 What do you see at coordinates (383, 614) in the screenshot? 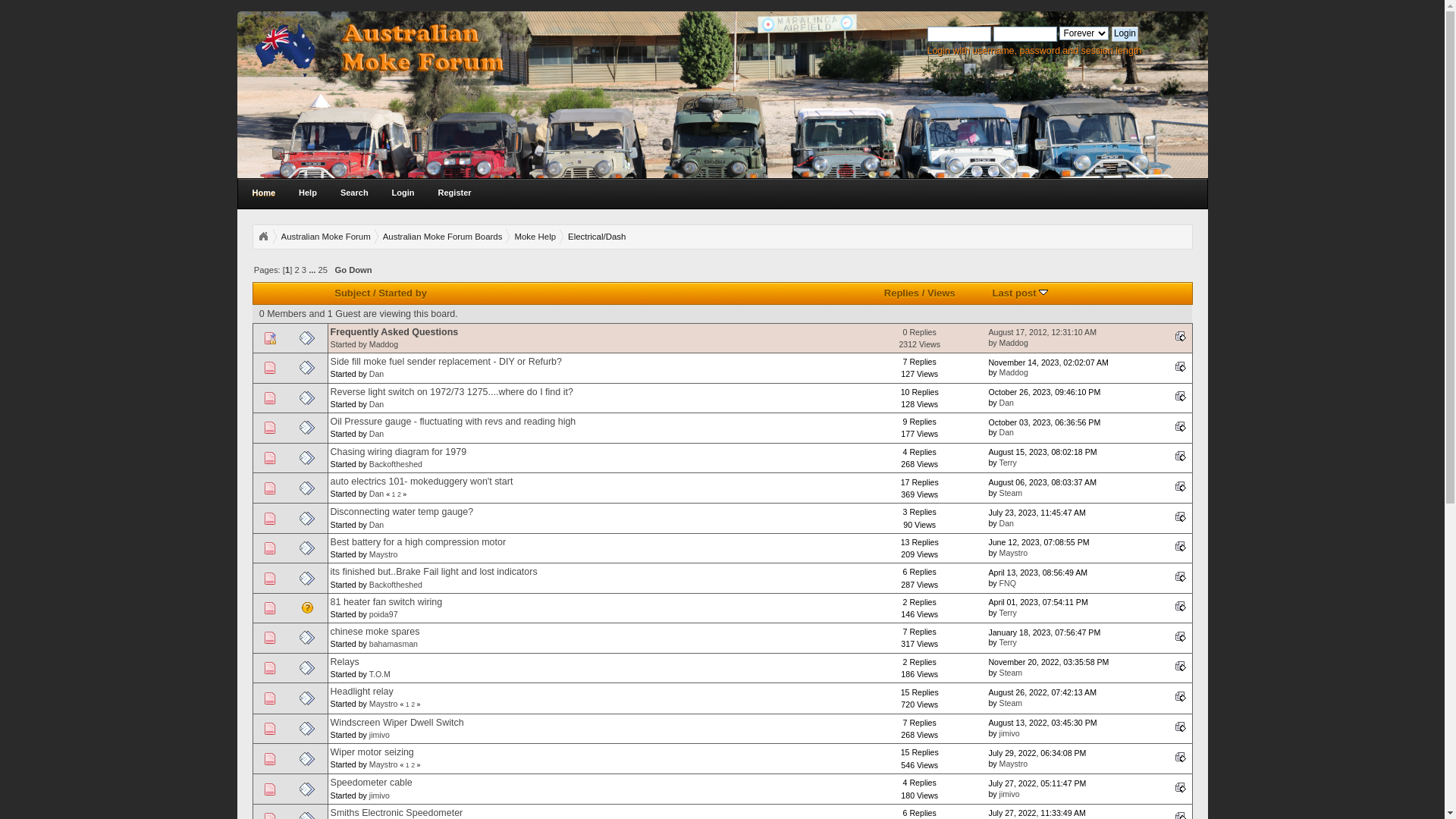
I see `'poida97'` at bounding box center [383, 614].